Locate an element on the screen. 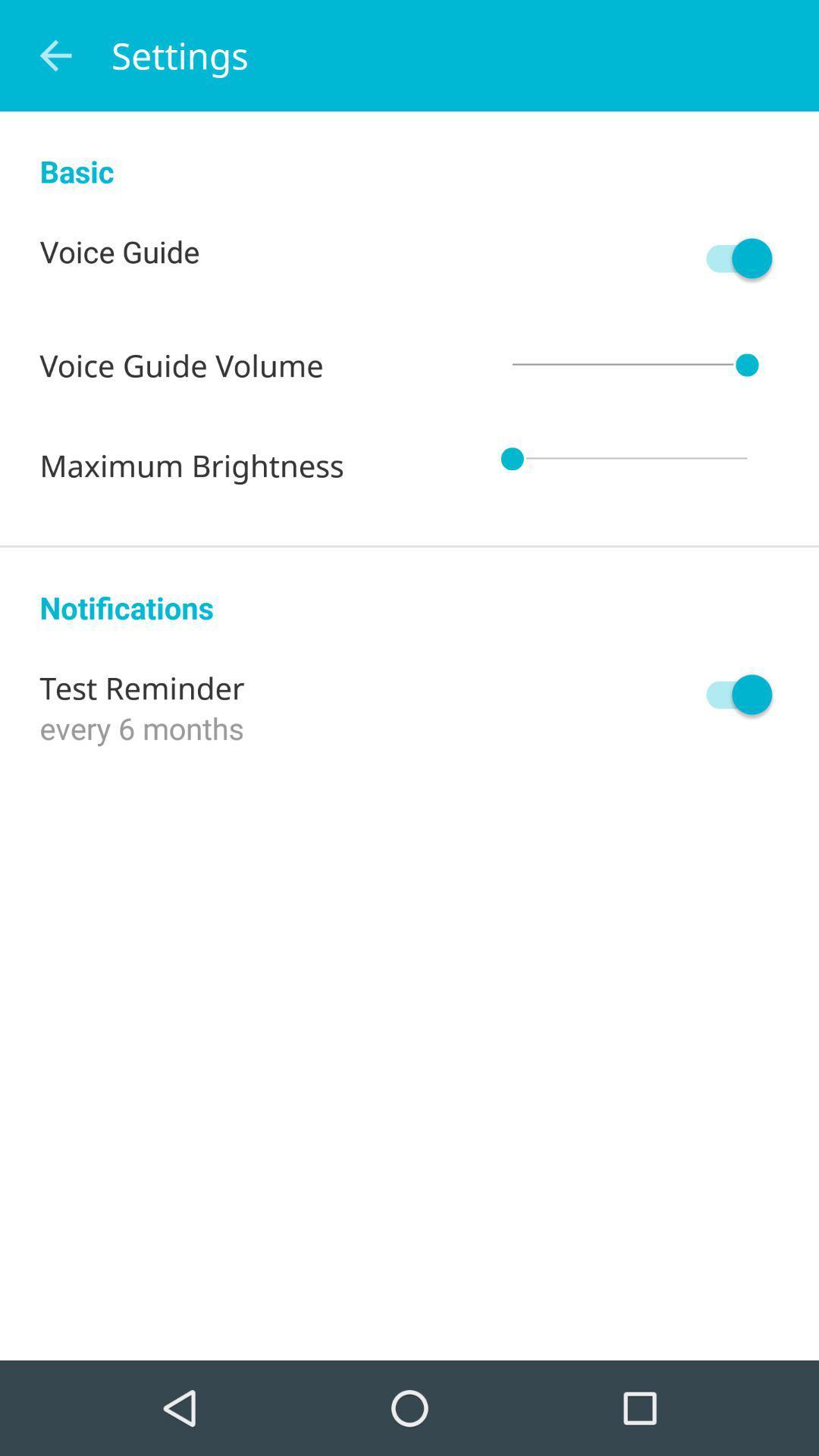 Image resolution: width=819 pixels, height=1456 pixels. icon to the left of settings icon is located at coordinates (55, 55).